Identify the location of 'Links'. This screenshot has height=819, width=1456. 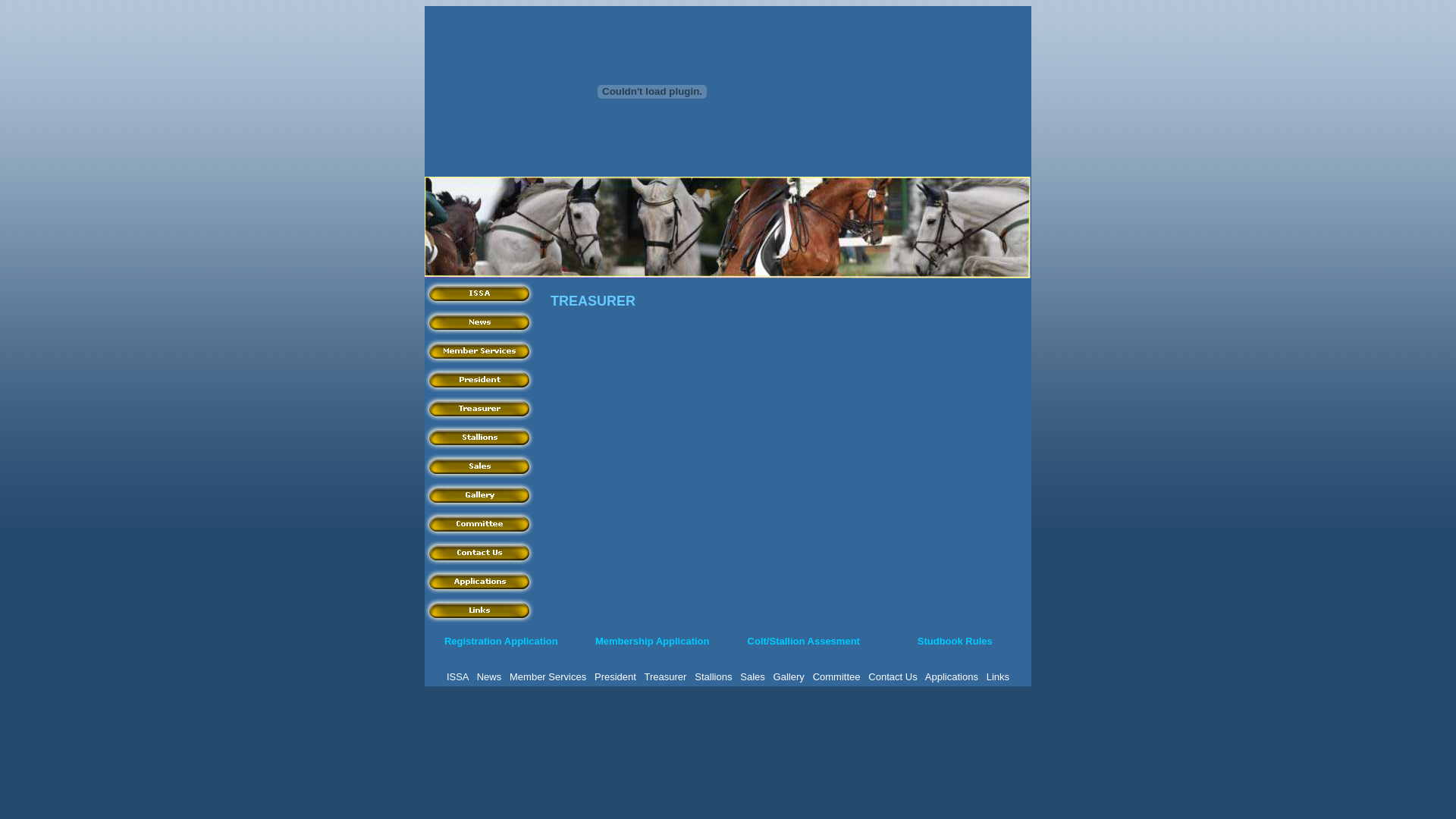
(997, 676).